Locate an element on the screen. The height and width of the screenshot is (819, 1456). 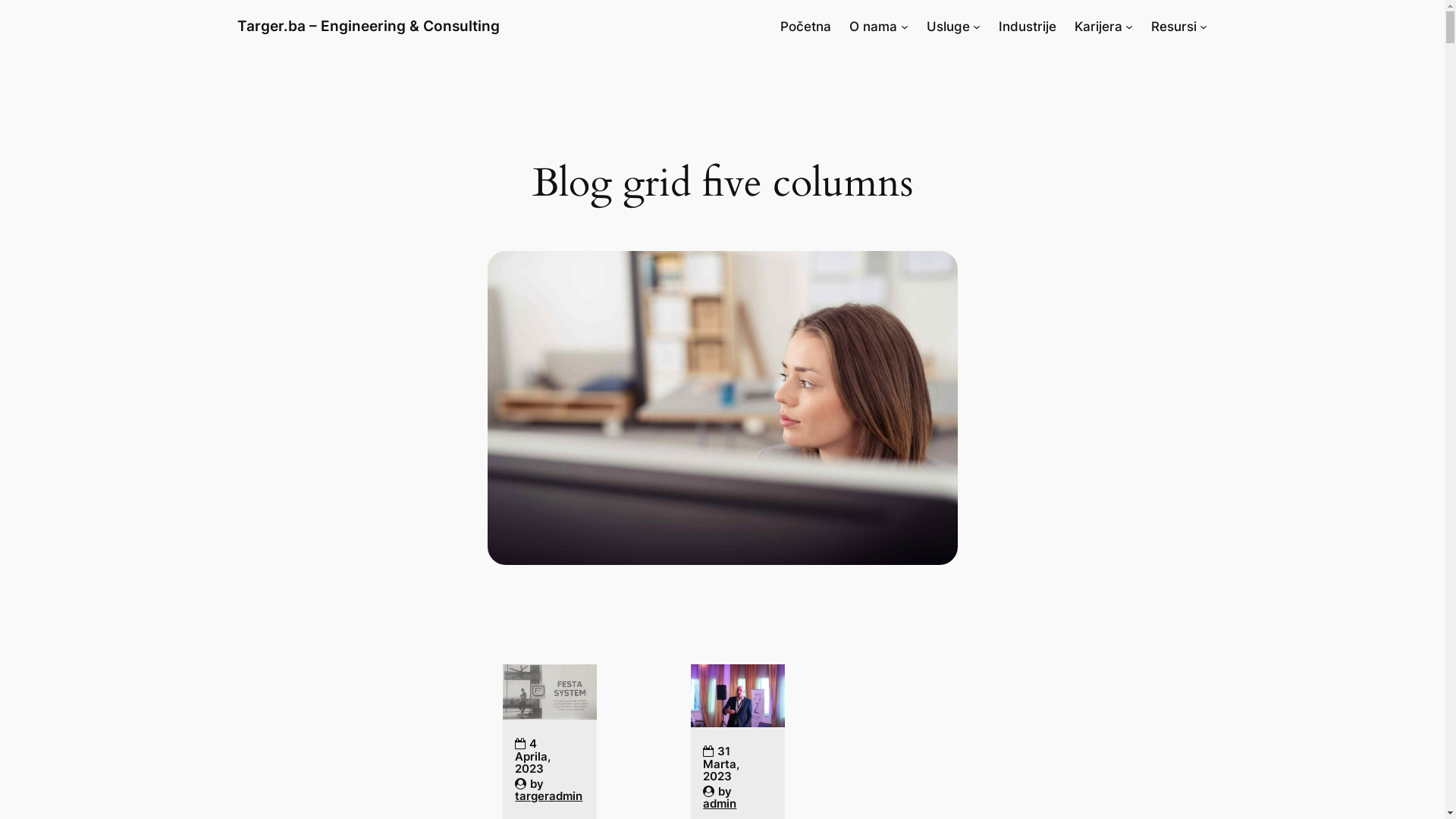
'Industrije' is located at coordinates (998, 26).